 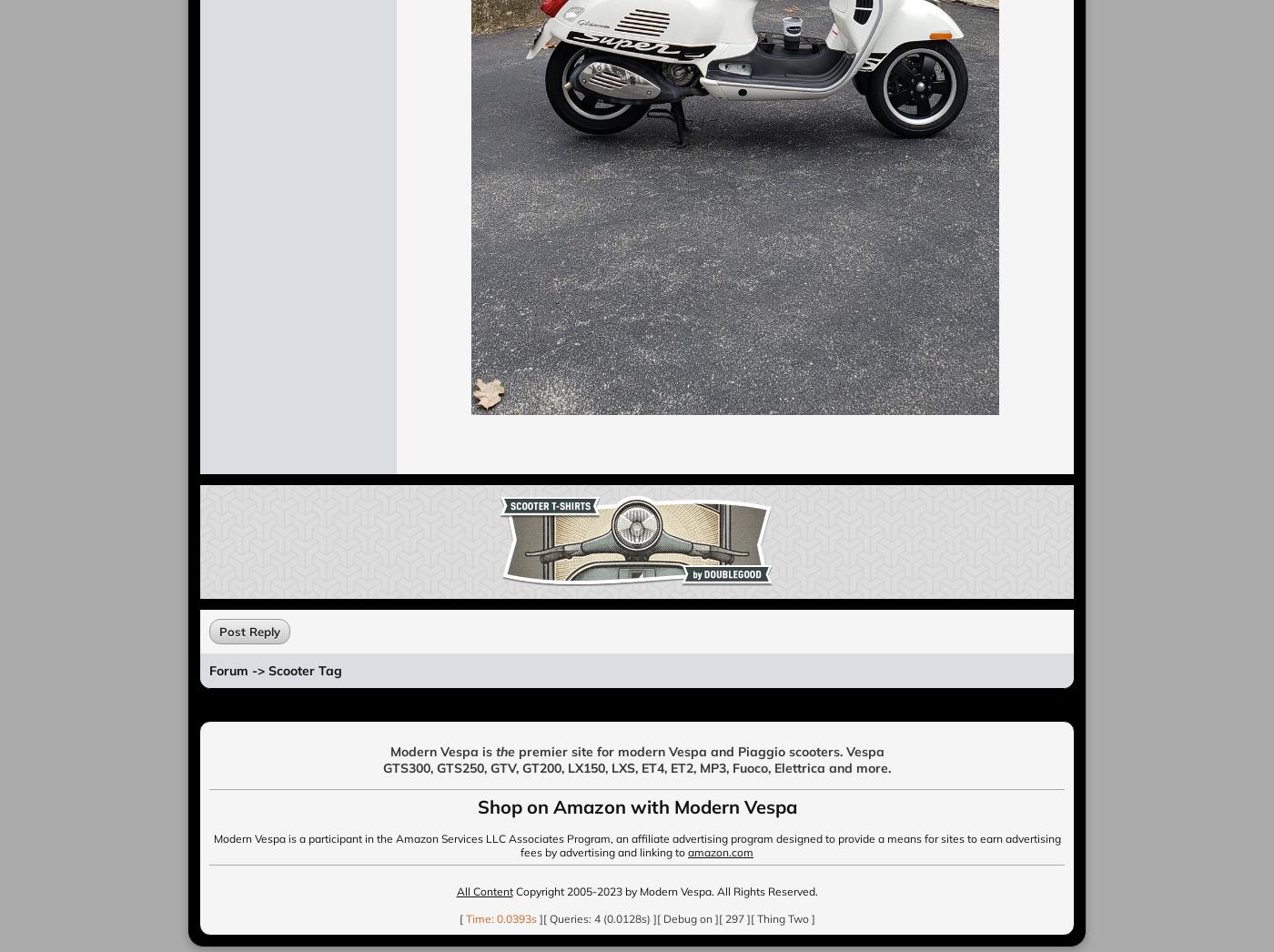 What do you see at coordinates (441, 752) in the screenshot?
I see `'Modern Vespa is'` at bounding box center [441, 752].